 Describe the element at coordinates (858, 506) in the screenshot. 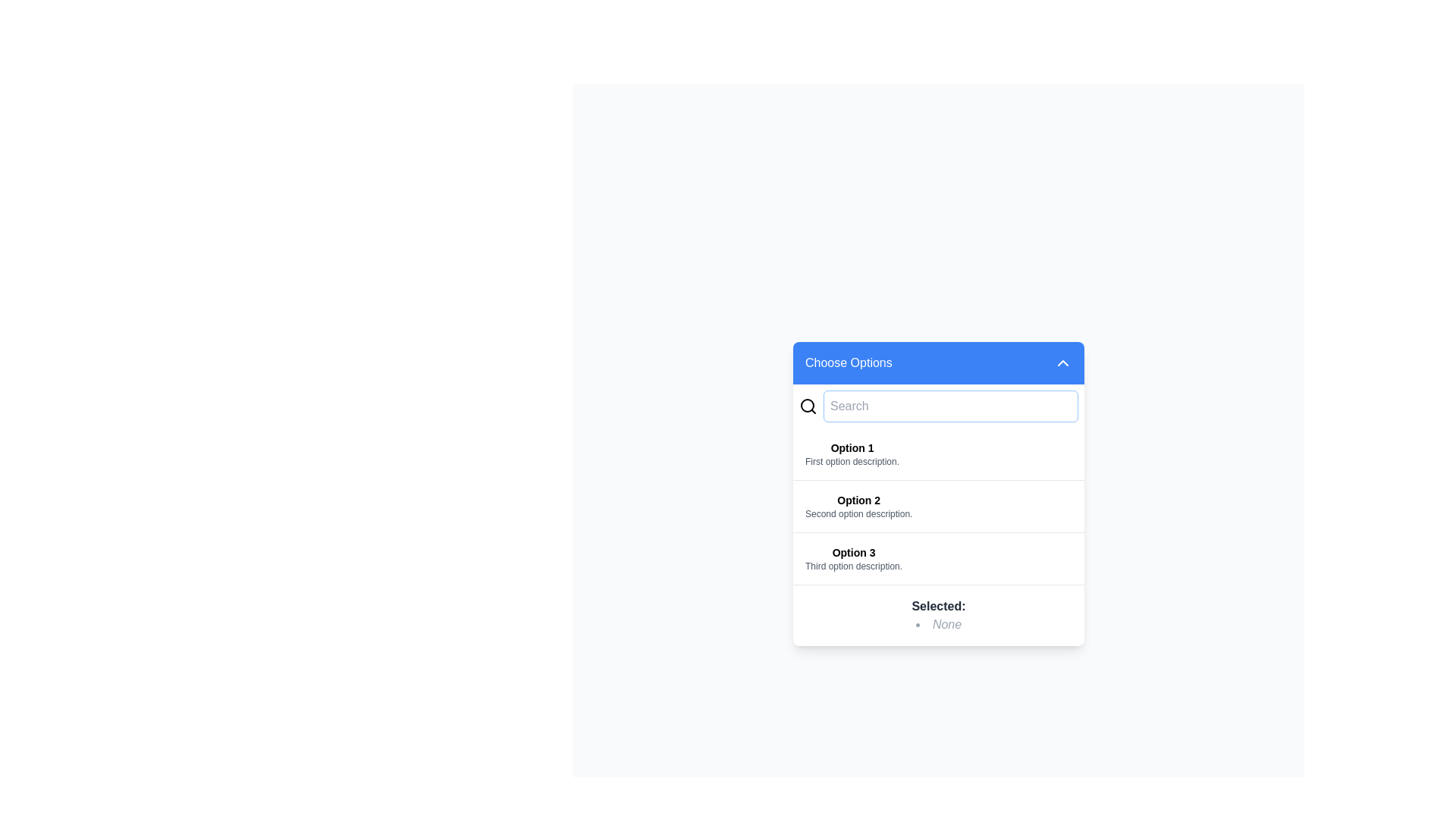

I see `to select the dropdown option labeled 'Option 2' with the description 'Second option description.'` at that location.